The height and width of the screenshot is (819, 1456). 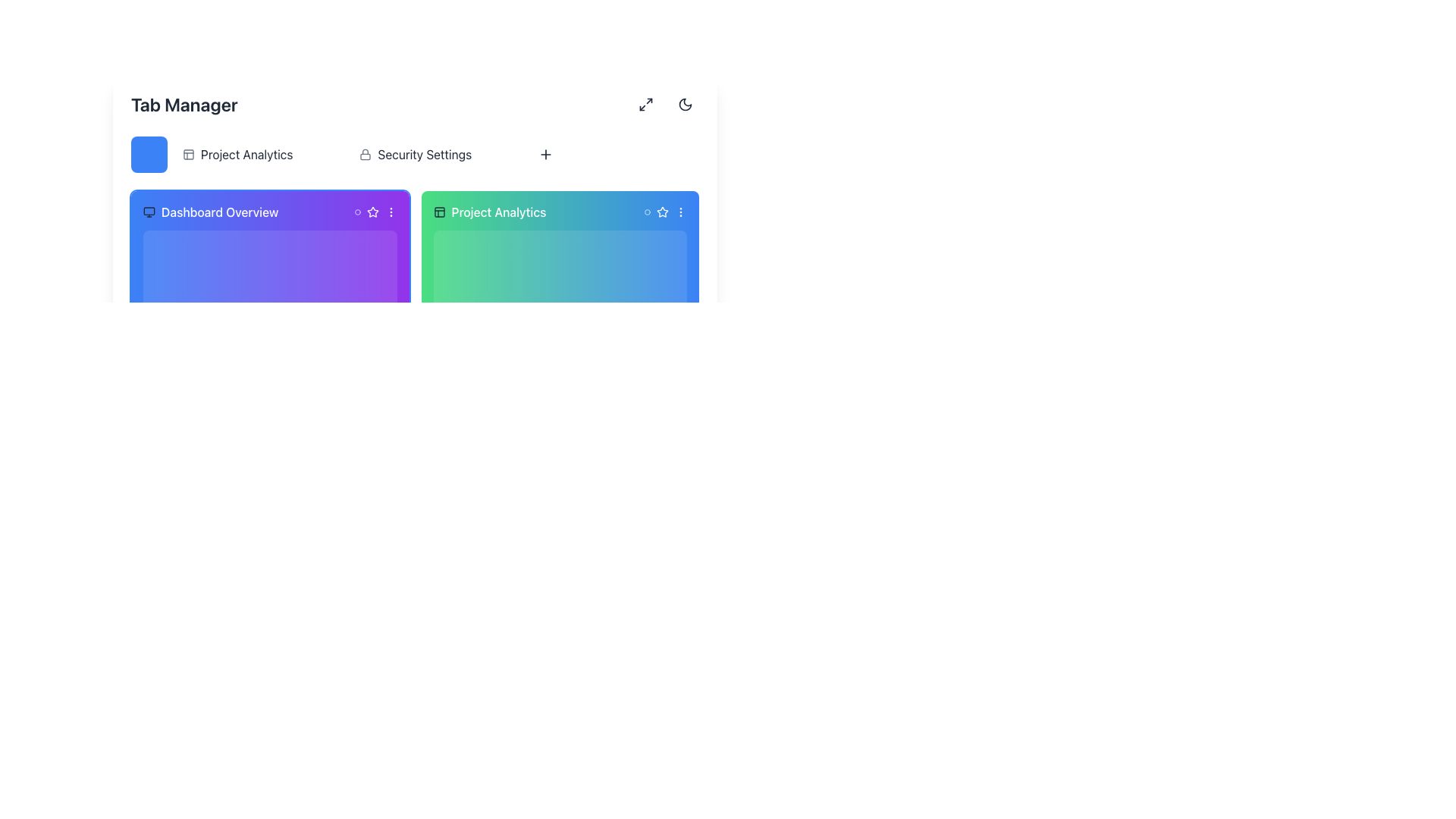 I want to click on the non-interactive text label indicating 'Project Analytics', located to the right of a small blue square icon and a rectangular icon at the top-left part of the interface, so click(x=246, y=155).